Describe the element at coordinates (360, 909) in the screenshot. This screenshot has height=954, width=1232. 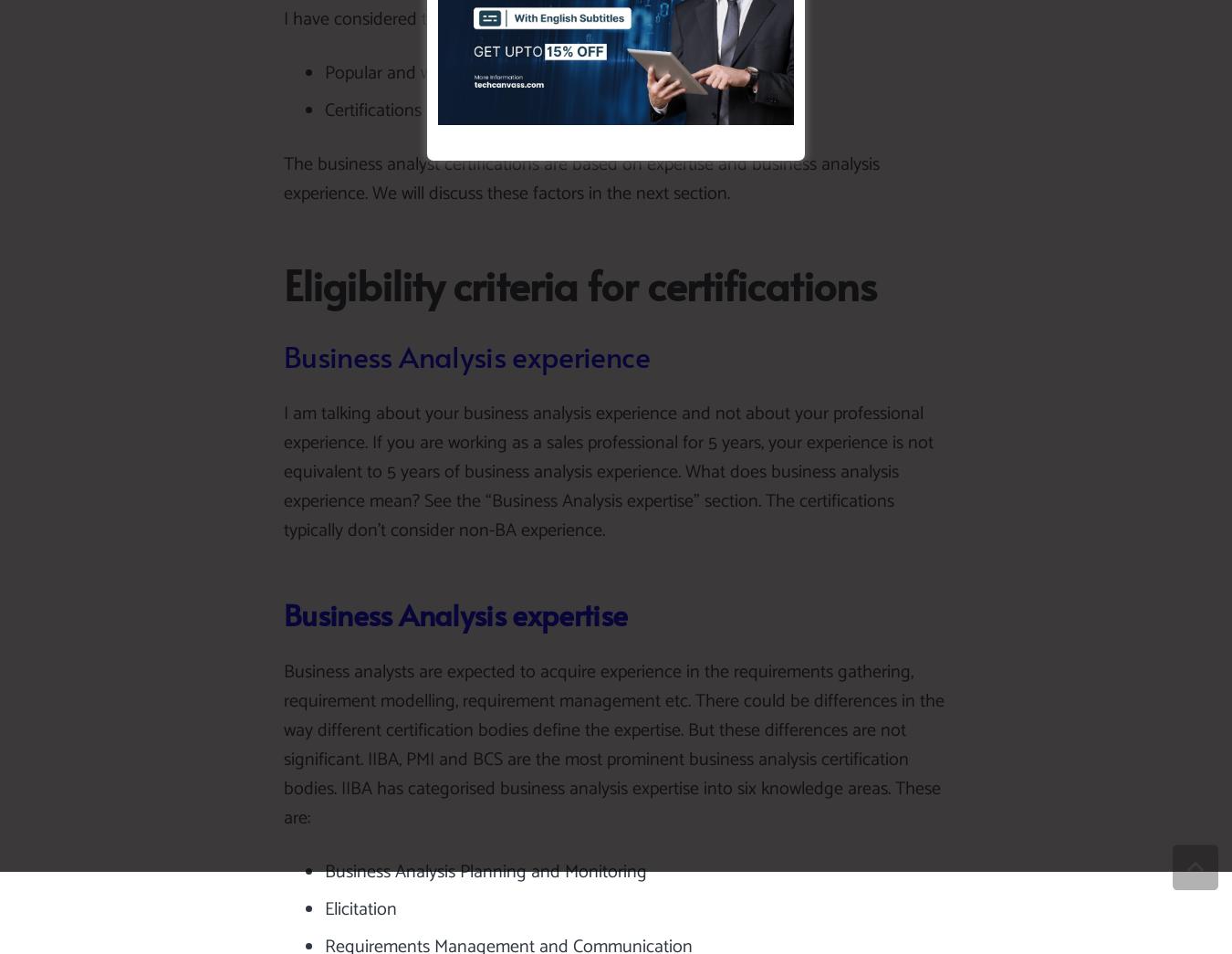
I see `'Elicitation'` at that location.